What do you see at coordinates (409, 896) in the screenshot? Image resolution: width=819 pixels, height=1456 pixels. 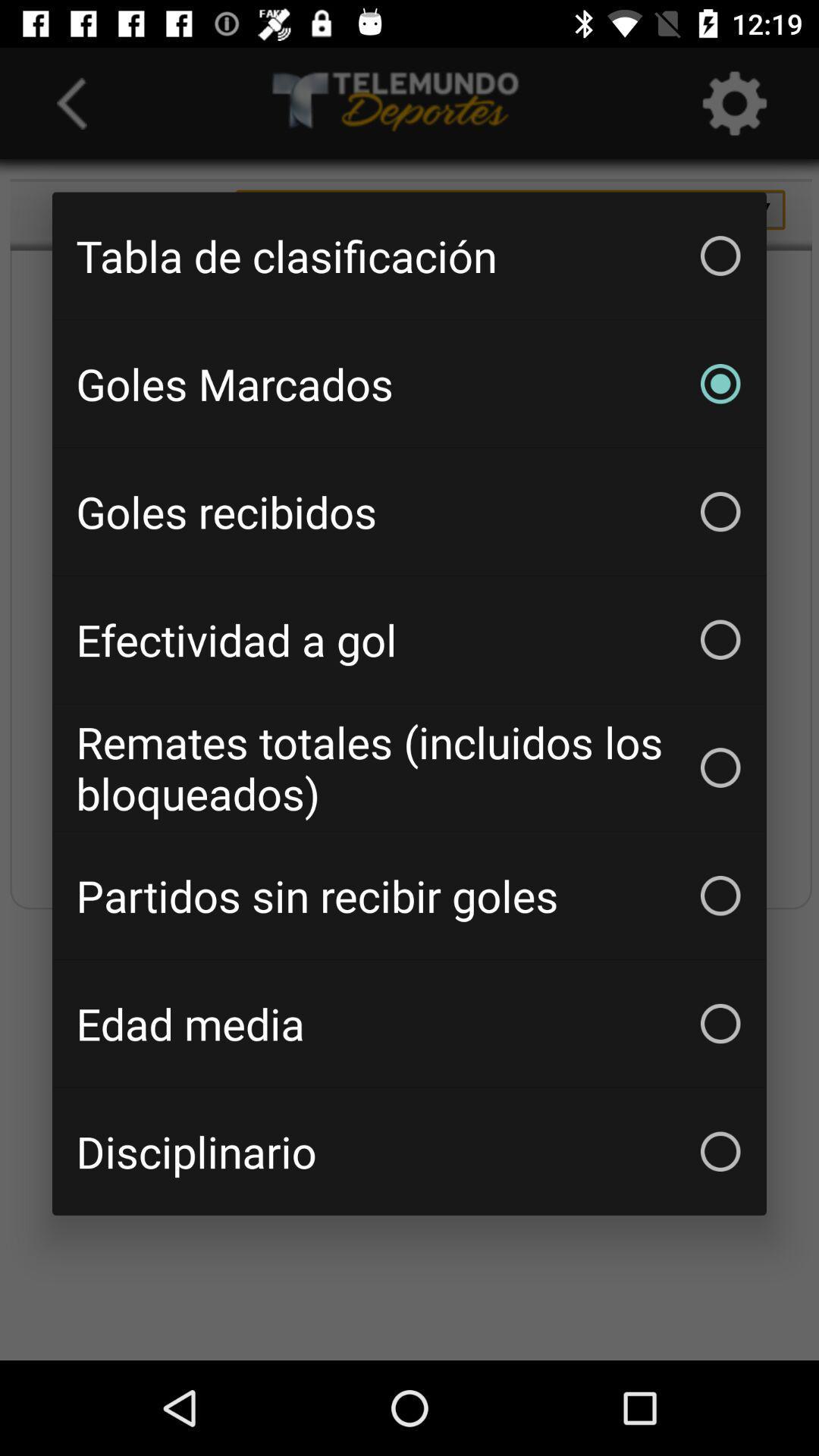 I see `icon below the remates totales incluidos item` at bounding box center [409, 896].